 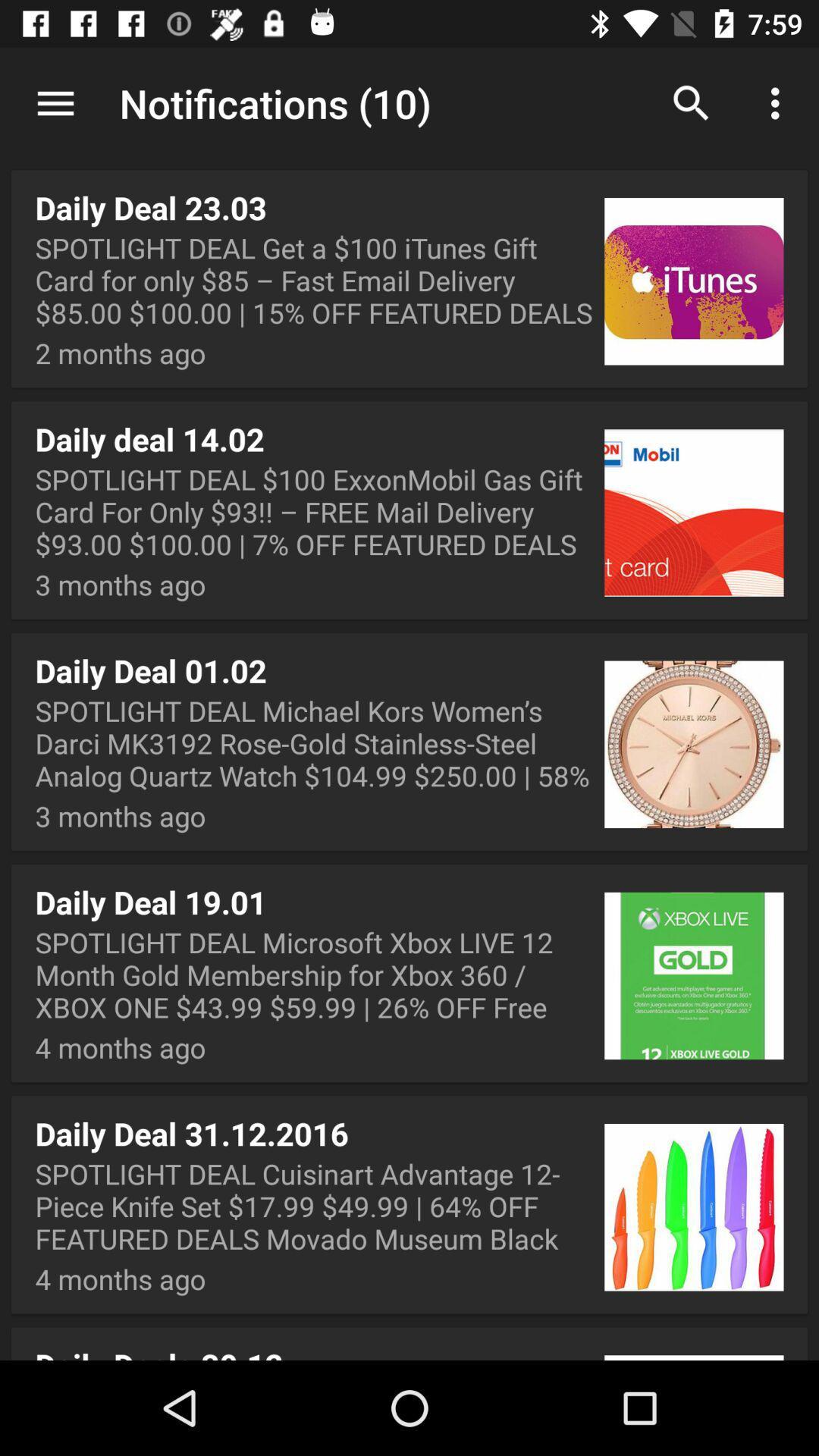 I want to click on the app next to notifications (10) app, so click(x=691, y=102).